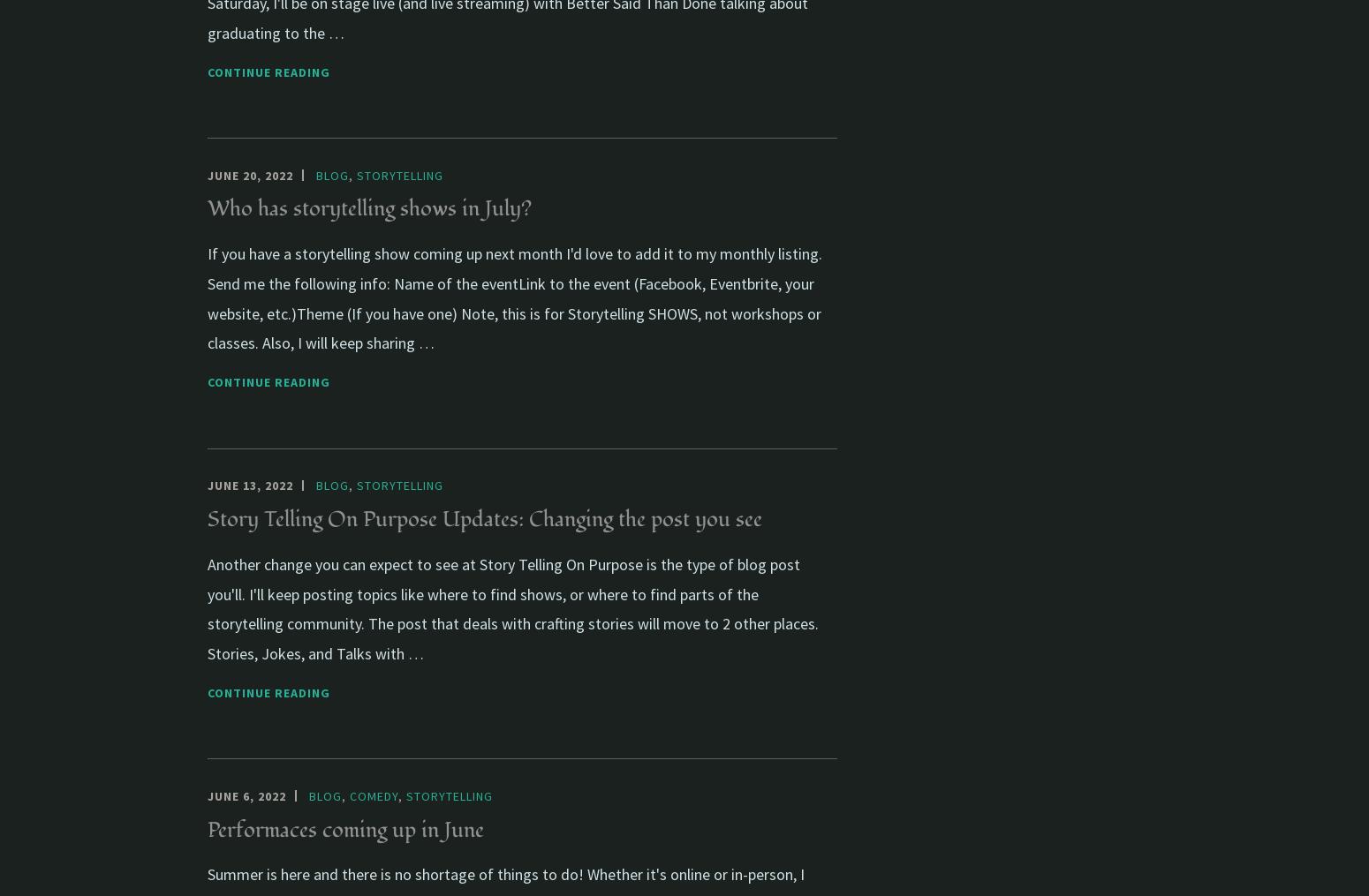 This screenshot has width=1369, height=896. Describe the element at coordinates (250, 174) in the screenshot. I see `'June 20, 2022'` at that location.